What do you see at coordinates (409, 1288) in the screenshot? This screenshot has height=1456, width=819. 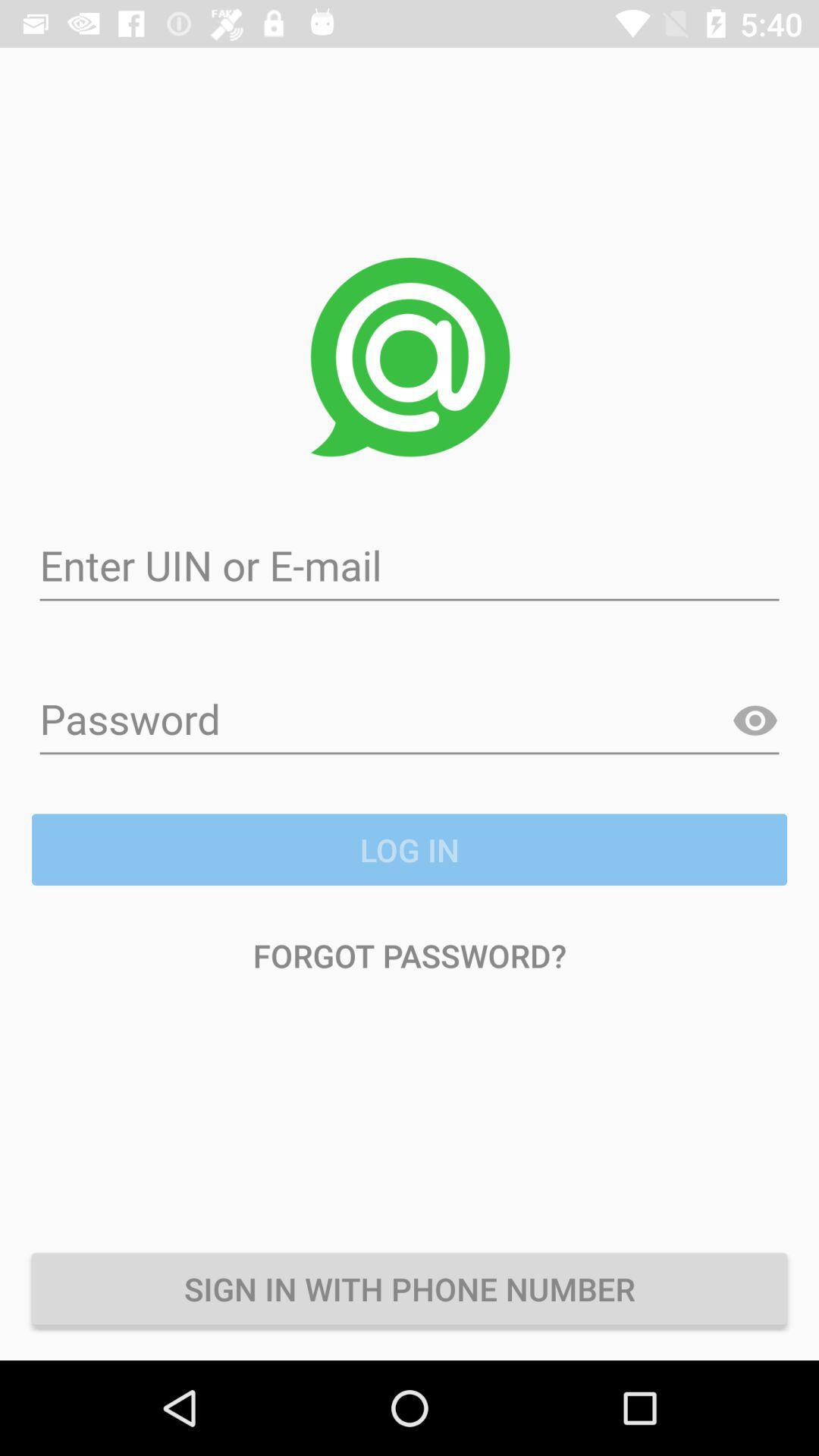 I see `icon below the forgot password?` at bounding box center [409, 1288].